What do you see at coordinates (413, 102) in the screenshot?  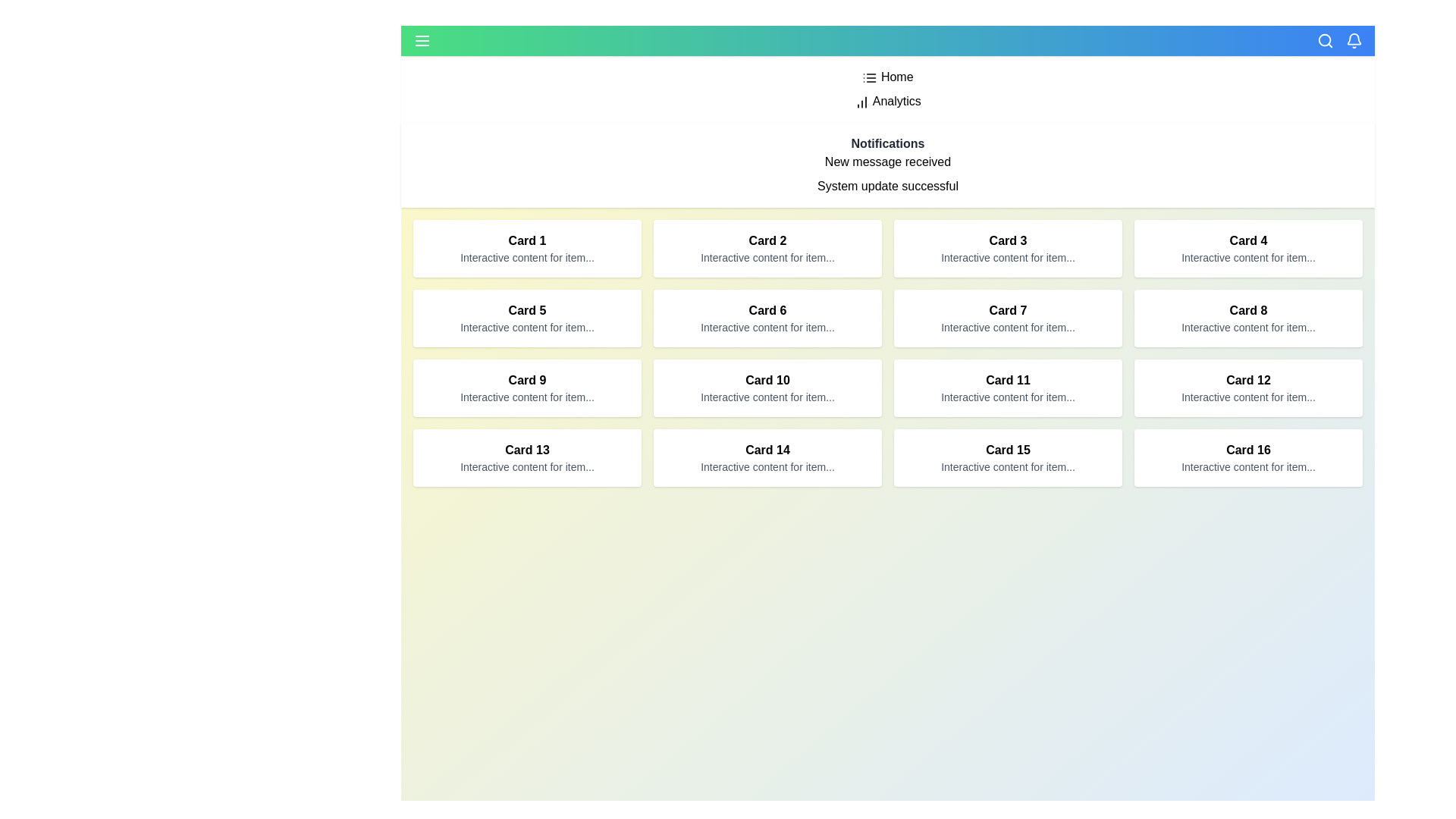 I see `the menu item Analytics from the app bar` at bounding box center [413, 102].